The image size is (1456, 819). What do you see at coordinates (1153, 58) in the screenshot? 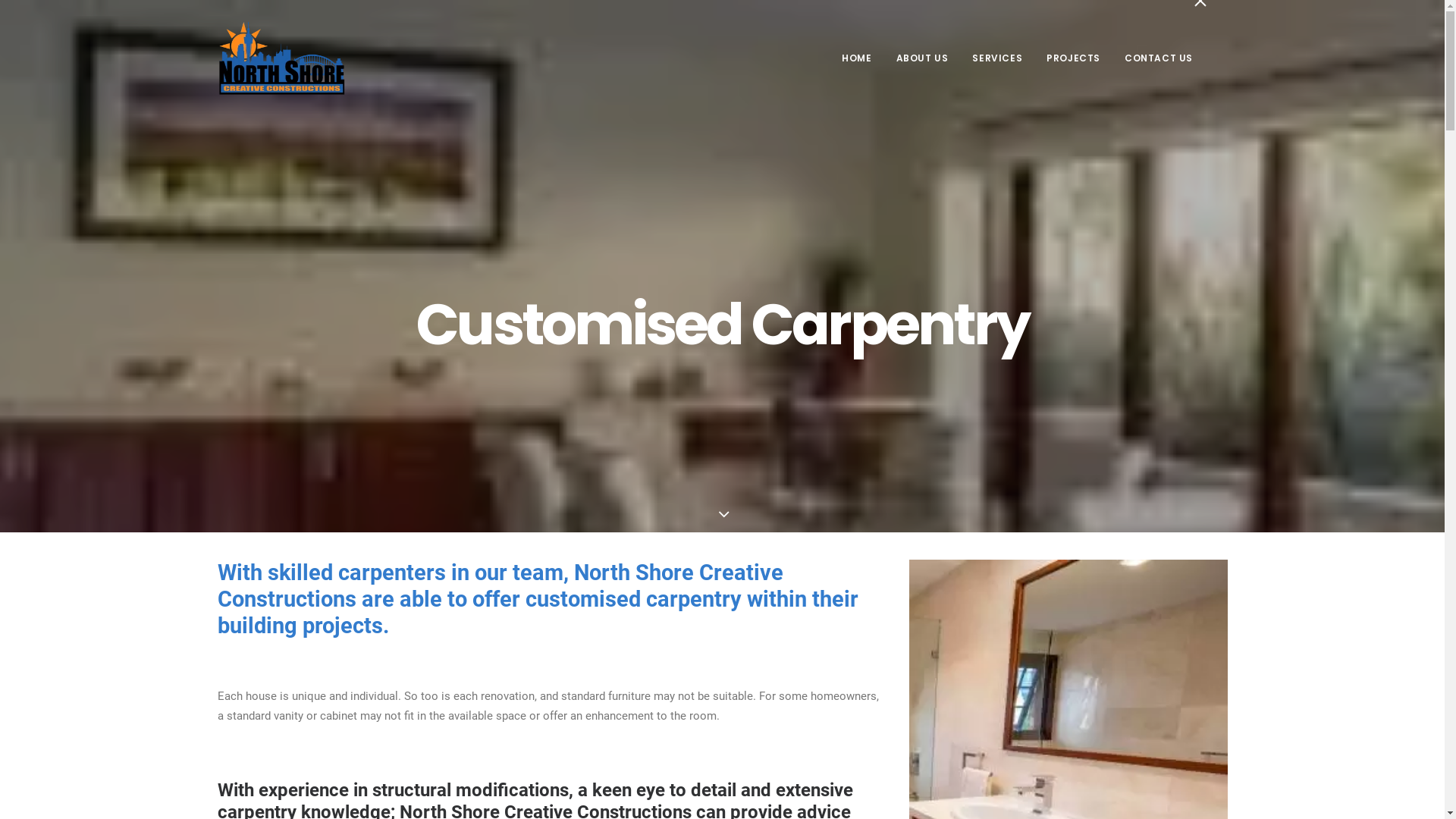
I see `'CONTACT US'` at bounding box center [1153, 58].